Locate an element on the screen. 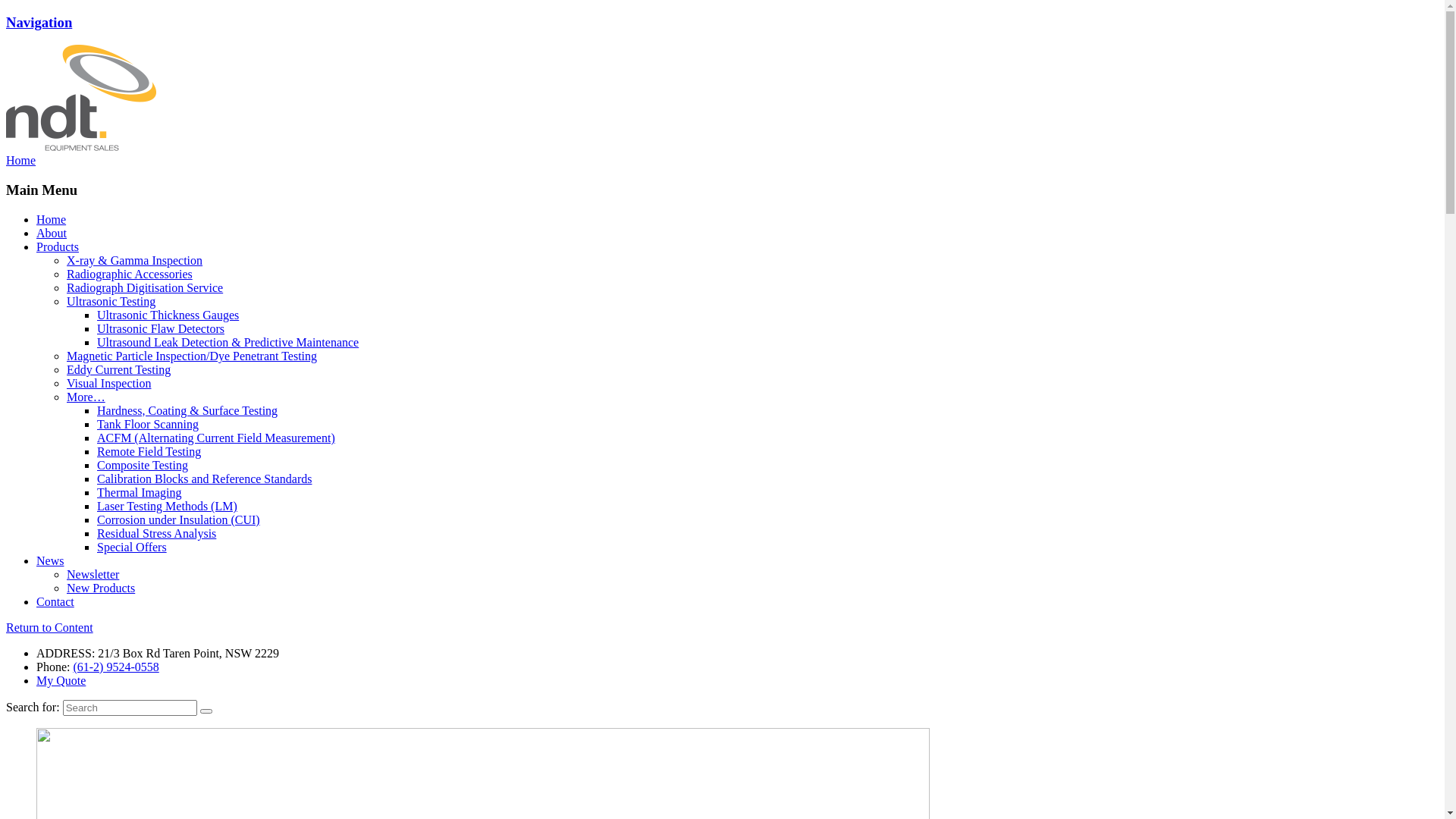  'Thermal Imaging' is located at coordinates (139, 492).